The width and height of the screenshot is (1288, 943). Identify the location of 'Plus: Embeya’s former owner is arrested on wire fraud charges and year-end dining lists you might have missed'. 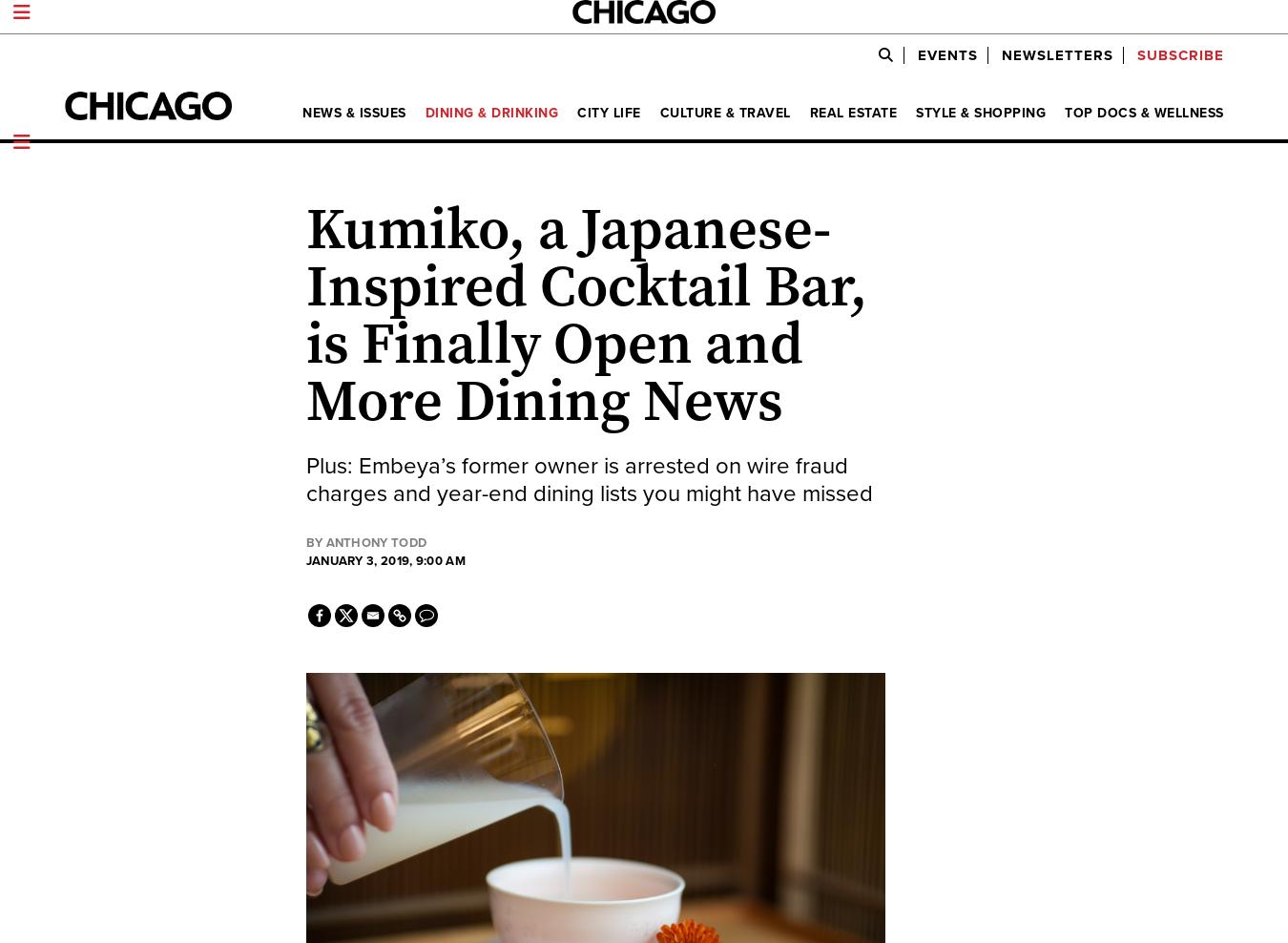
(588, 478).